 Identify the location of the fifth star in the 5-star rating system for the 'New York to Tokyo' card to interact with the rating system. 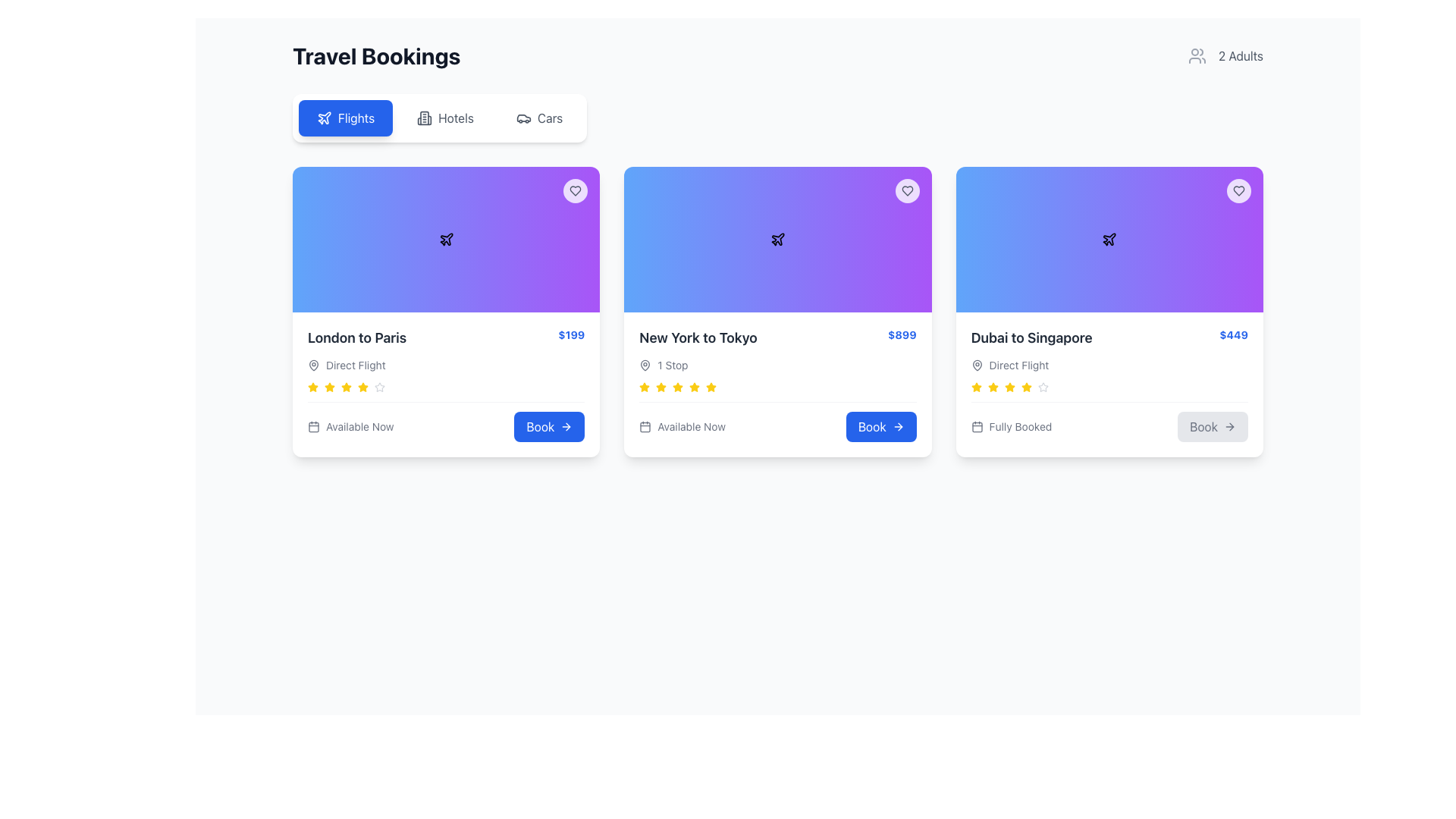
(694, 386).